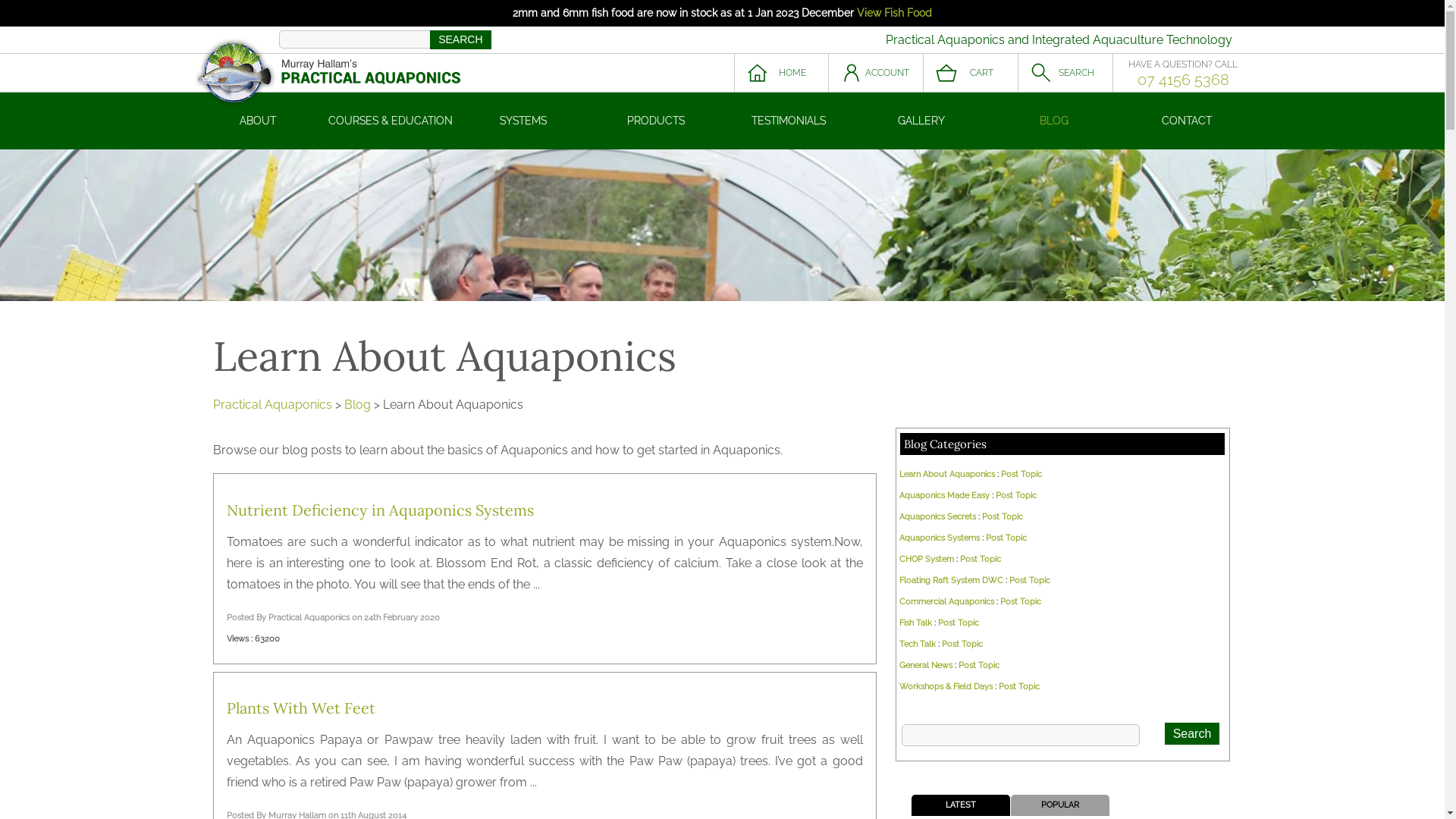  Describe the element at coordinates (380, 510) in the screenshot. I see `'Nutrient Deficiency in Aquaponics Systems'` at that location.